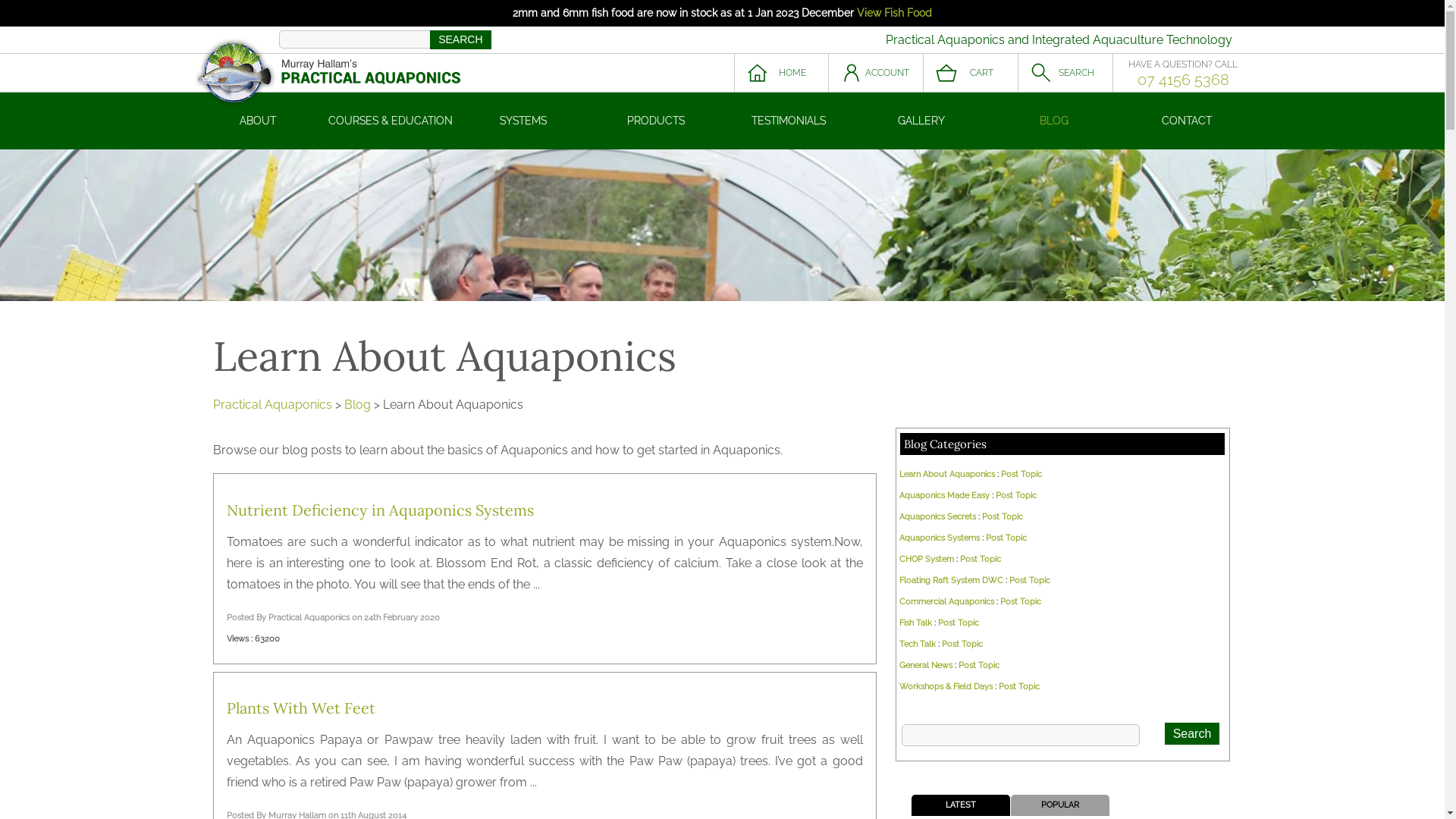  Describe the element at coordinates (380, 510) in the screenshot. I see `'Nutrient Deficiency in Aquaponics Systems'` at that location.